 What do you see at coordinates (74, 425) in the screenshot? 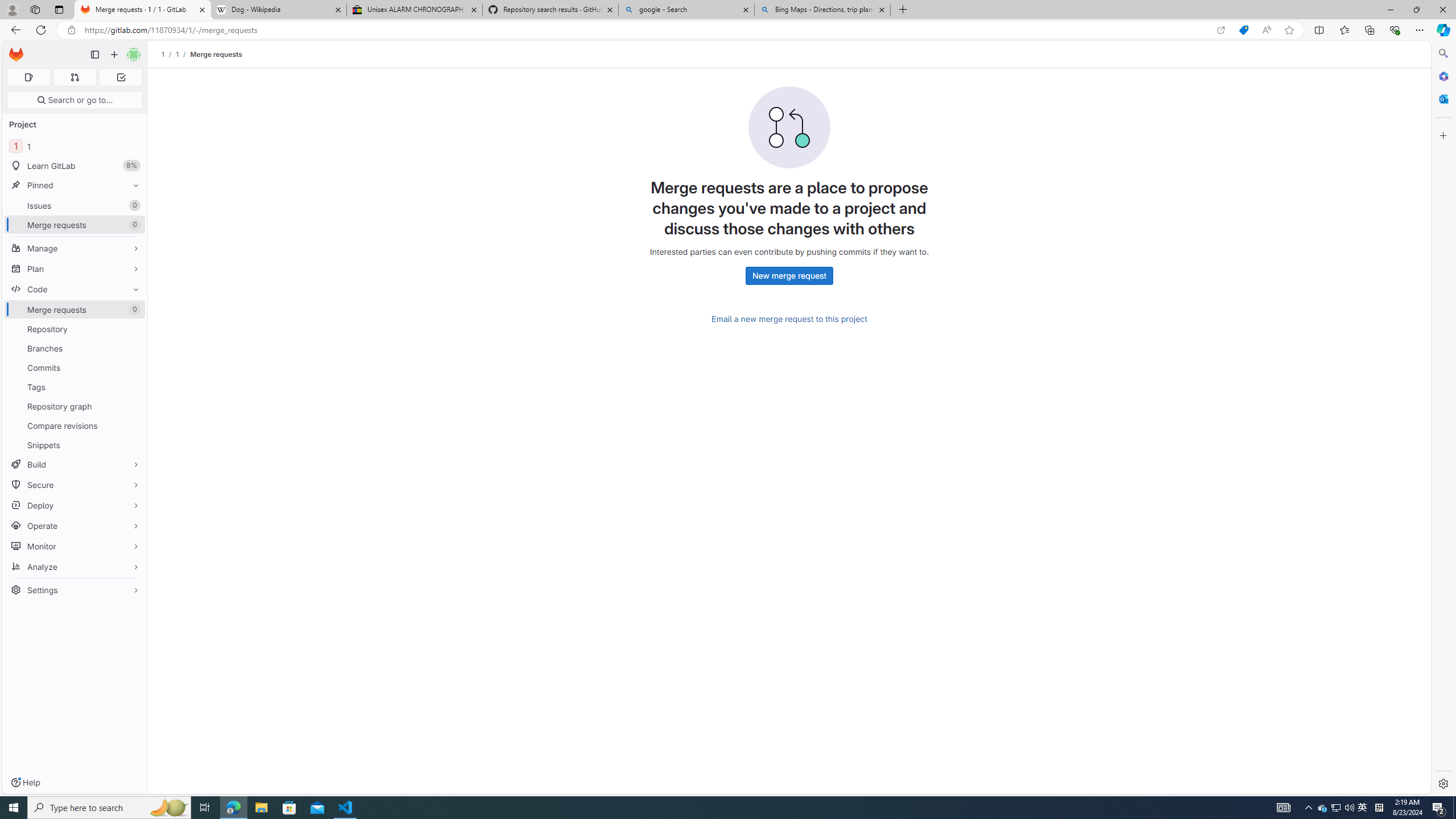
I see `'Compare revisions'` at bounding box center [74, 425].